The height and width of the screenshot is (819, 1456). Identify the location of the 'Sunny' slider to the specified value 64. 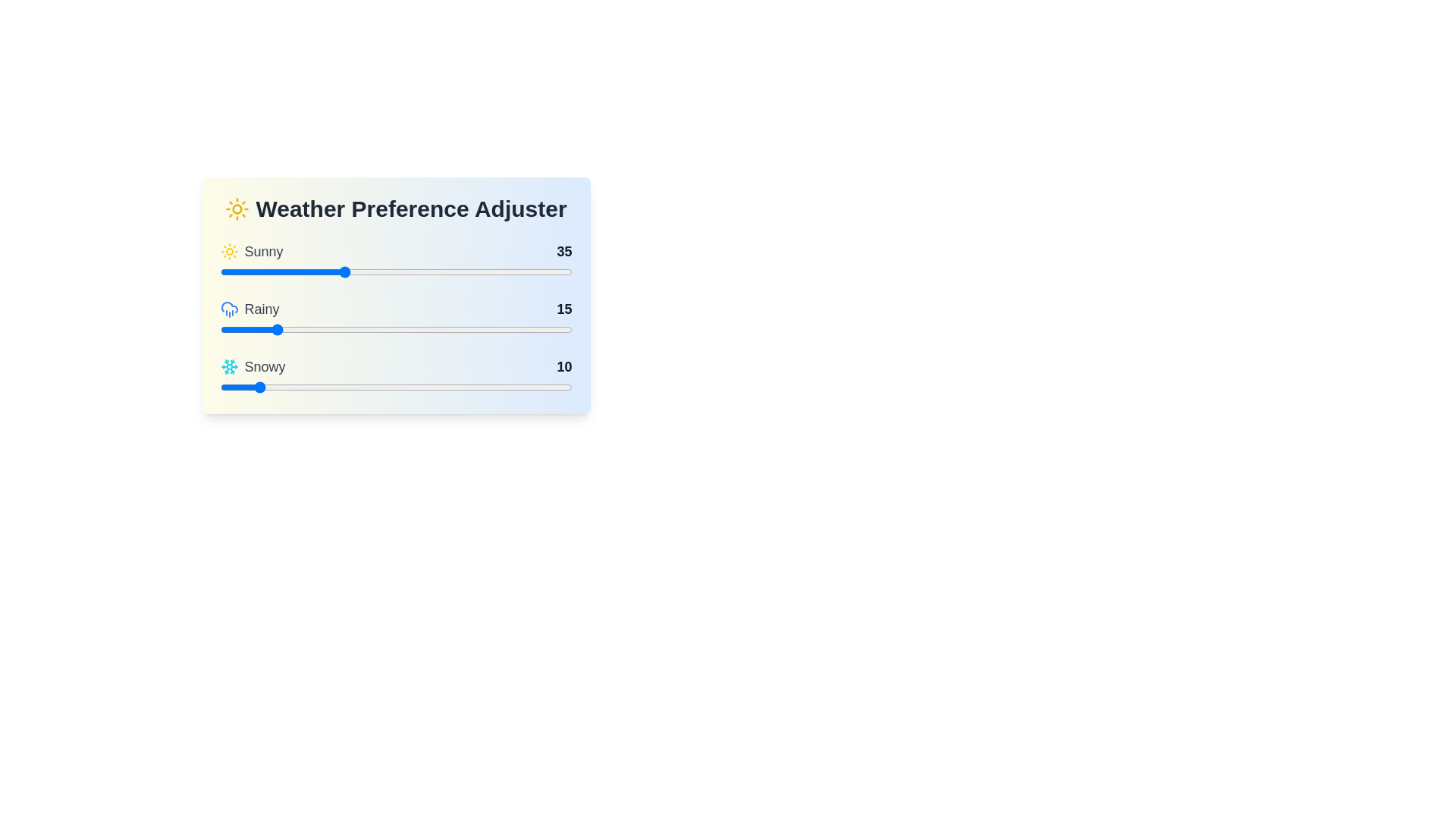
(444, 271).